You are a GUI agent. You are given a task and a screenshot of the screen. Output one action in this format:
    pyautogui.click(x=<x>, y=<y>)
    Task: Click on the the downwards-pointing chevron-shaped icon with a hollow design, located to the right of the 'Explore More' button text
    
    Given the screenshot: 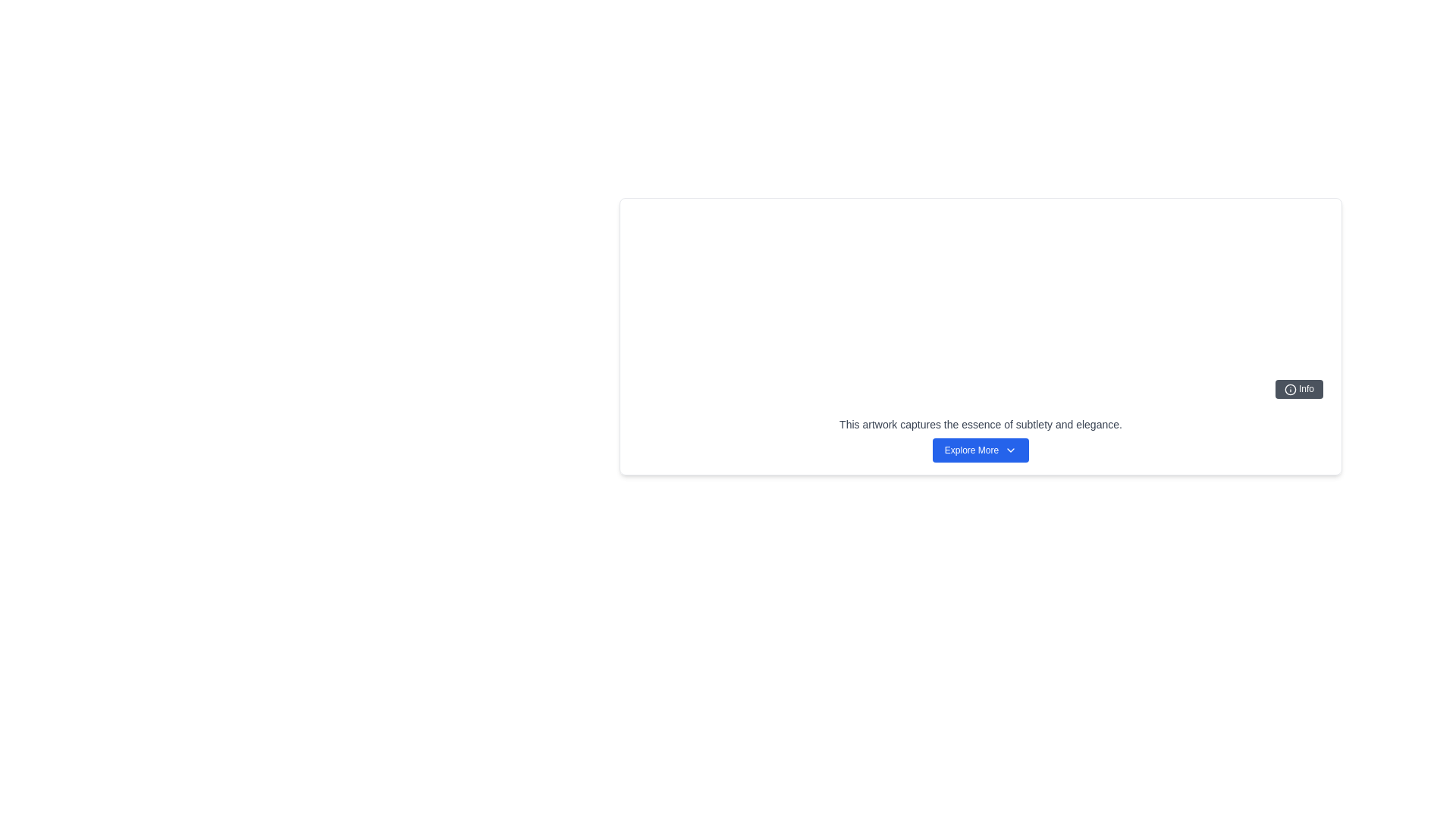 What is the action you would take?
    pyautogui.click(x=1011, y=450)
    